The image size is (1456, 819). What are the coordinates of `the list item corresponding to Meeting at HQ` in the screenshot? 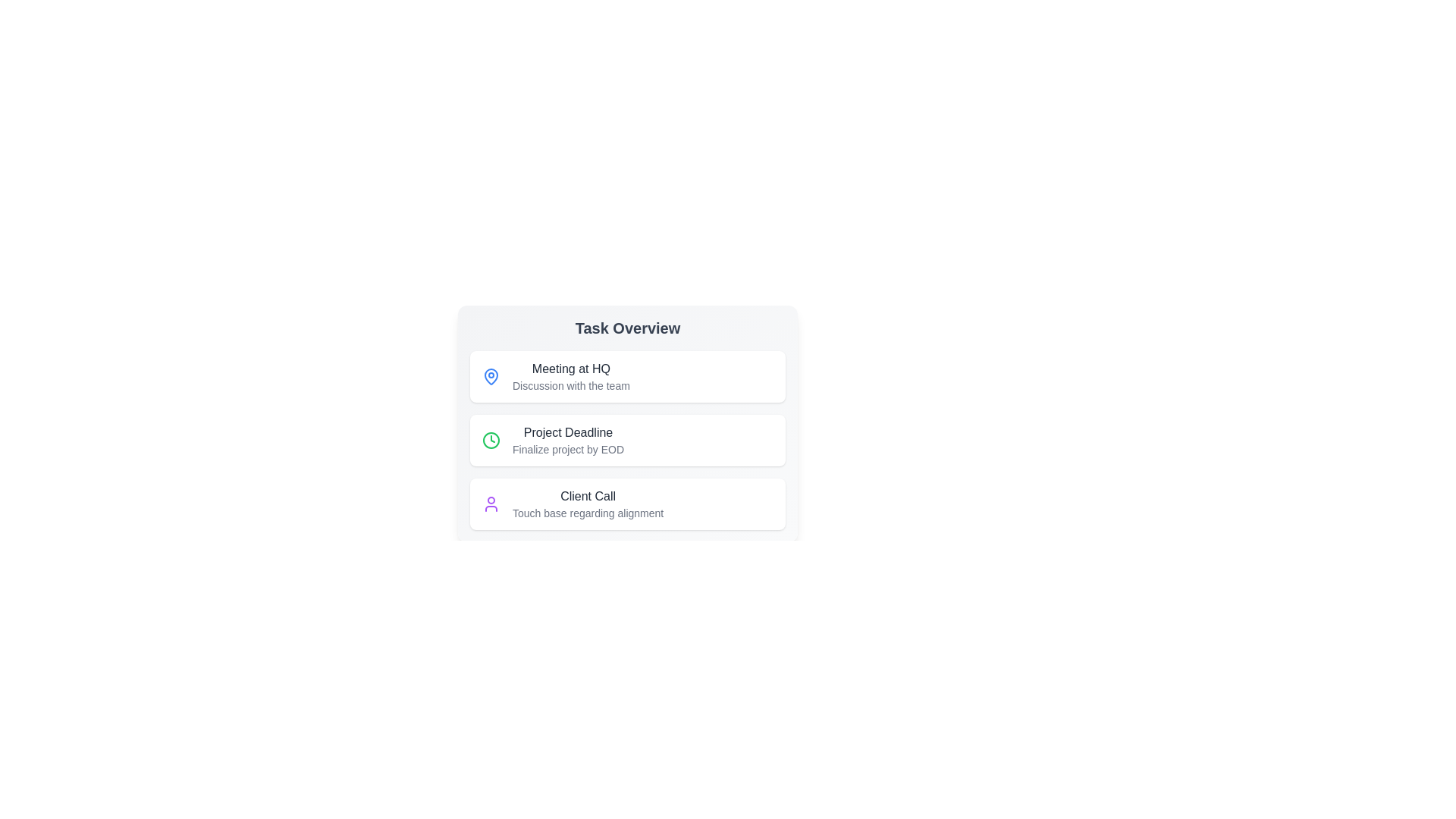 It's located at (628, 376).